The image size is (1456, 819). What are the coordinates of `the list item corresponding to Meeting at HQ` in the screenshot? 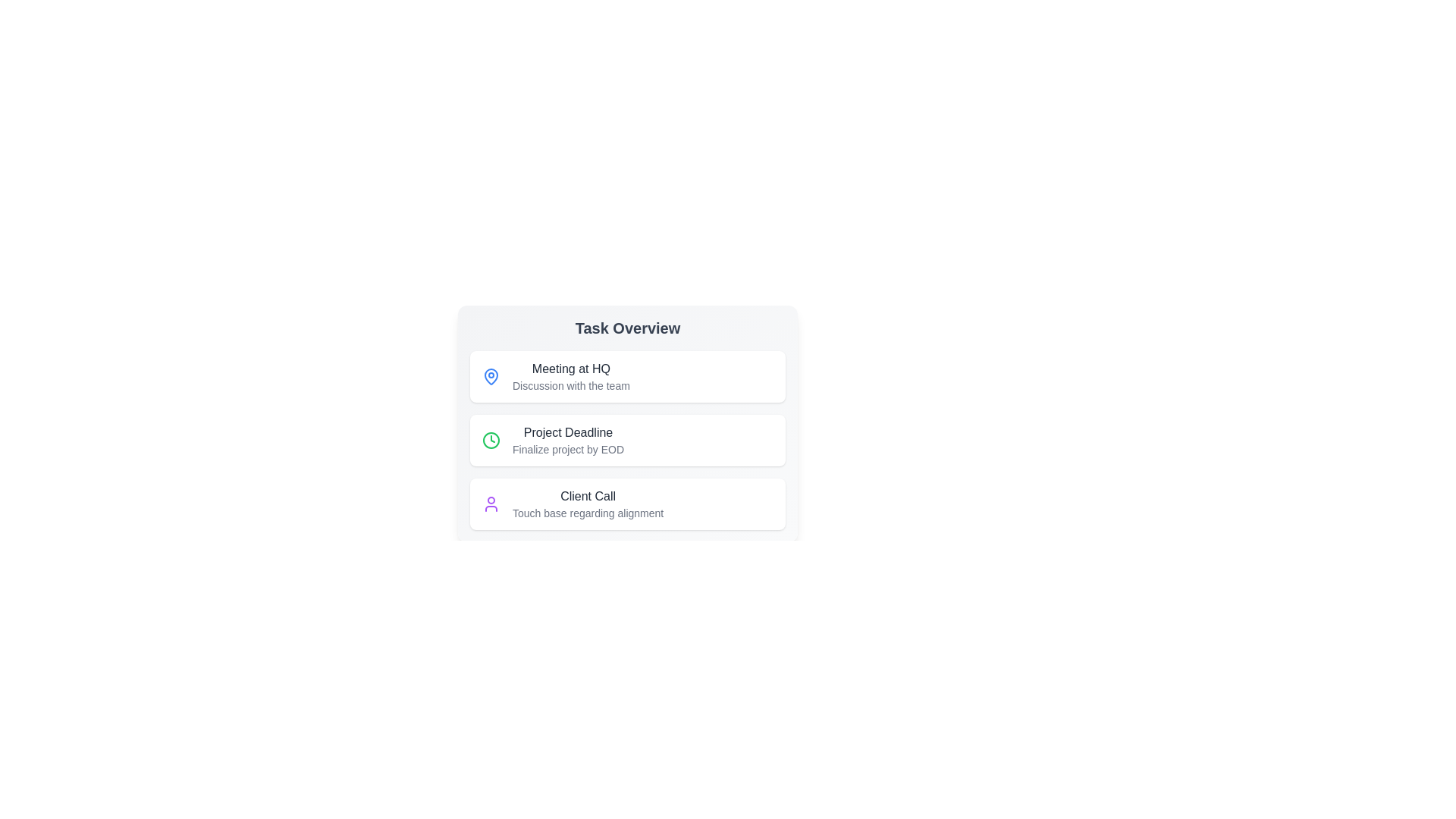 It's located at (628, 376).